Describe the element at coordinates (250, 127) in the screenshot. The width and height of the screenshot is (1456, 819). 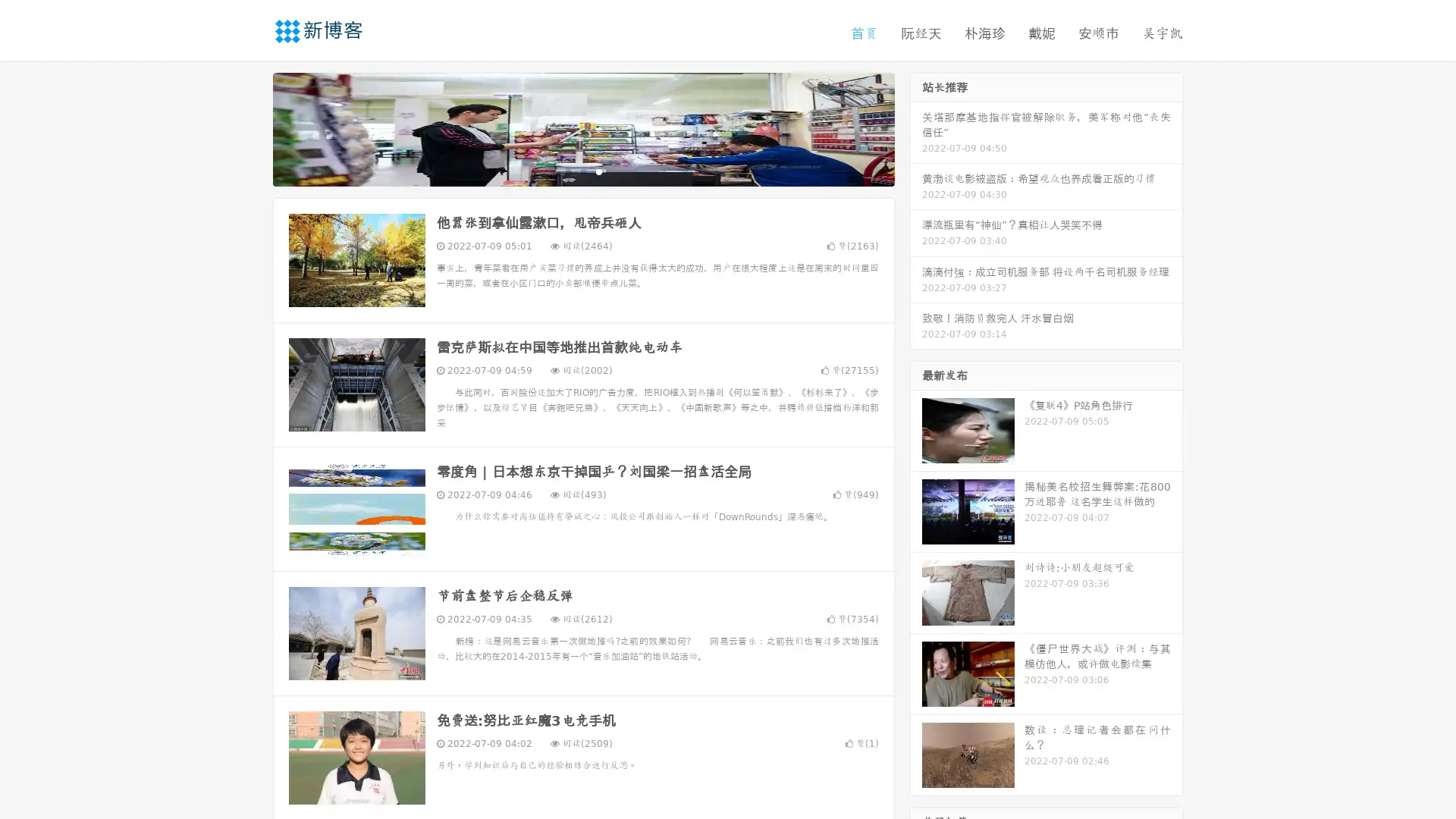
I see `Previous slide` at that location.